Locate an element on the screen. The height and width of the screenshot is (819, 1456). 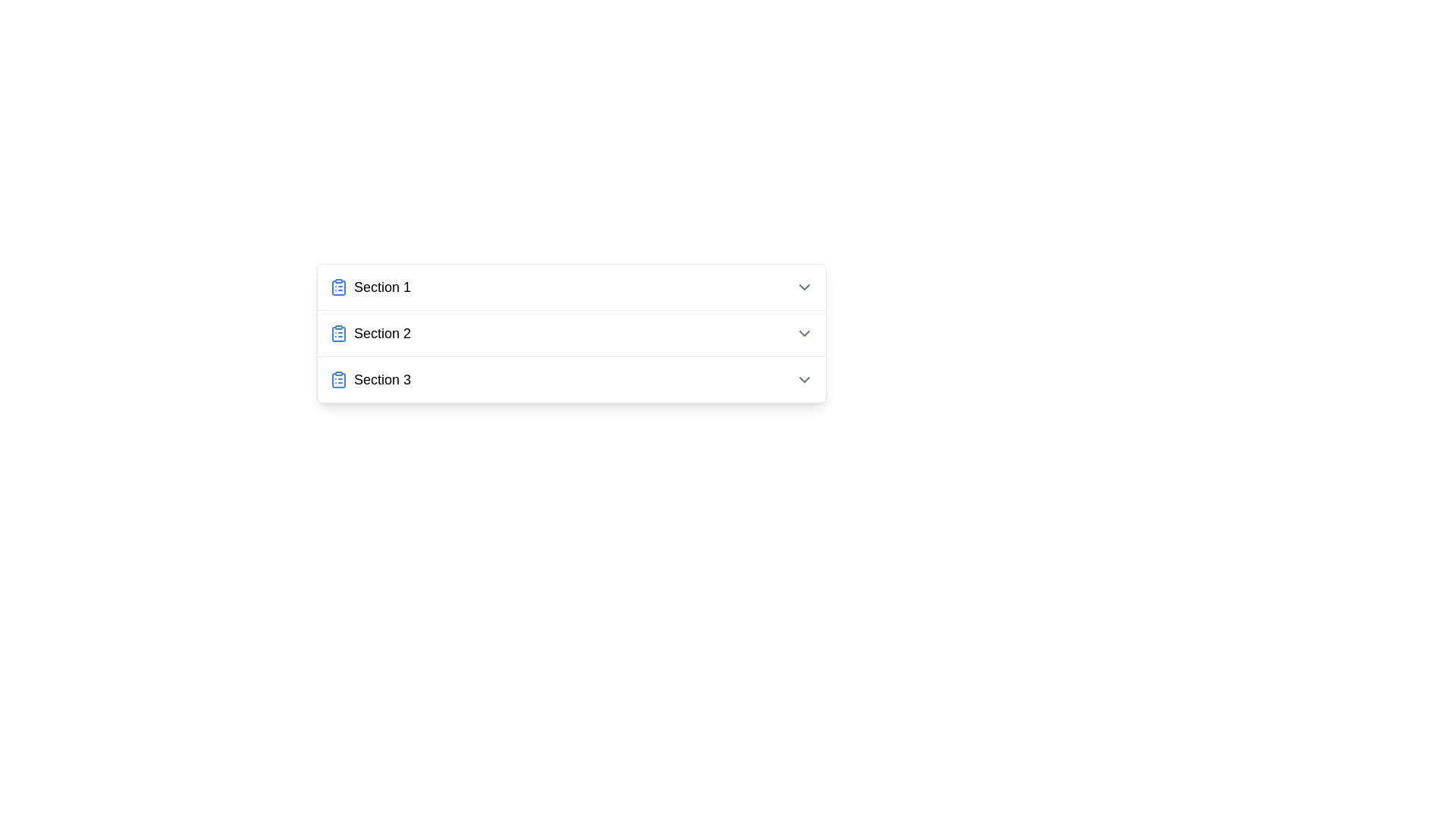
the interactive label with an icon representing 'Section 1', which is the first entry in a vertical list located at the top of the list is located at coordinates (370, 287).